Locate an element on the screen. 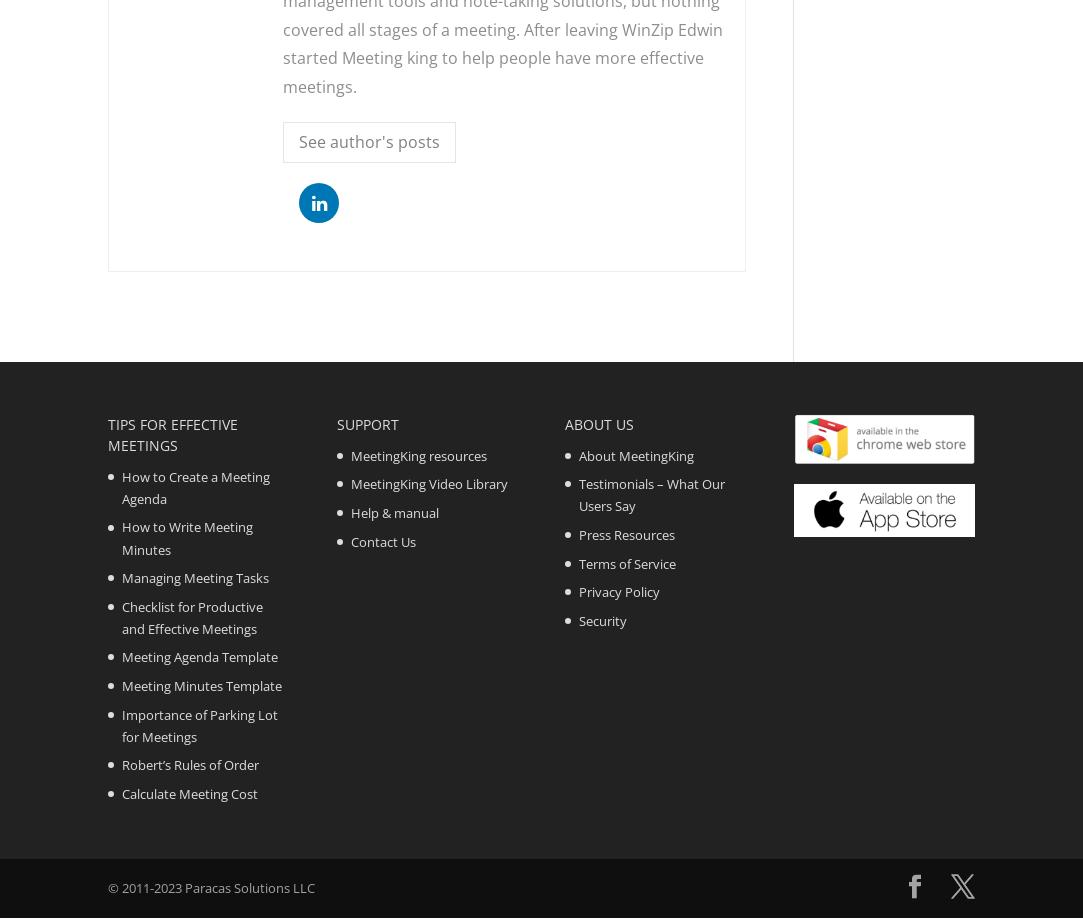  'Robert’s Rules of Order' is located at coordinates (189, 764).